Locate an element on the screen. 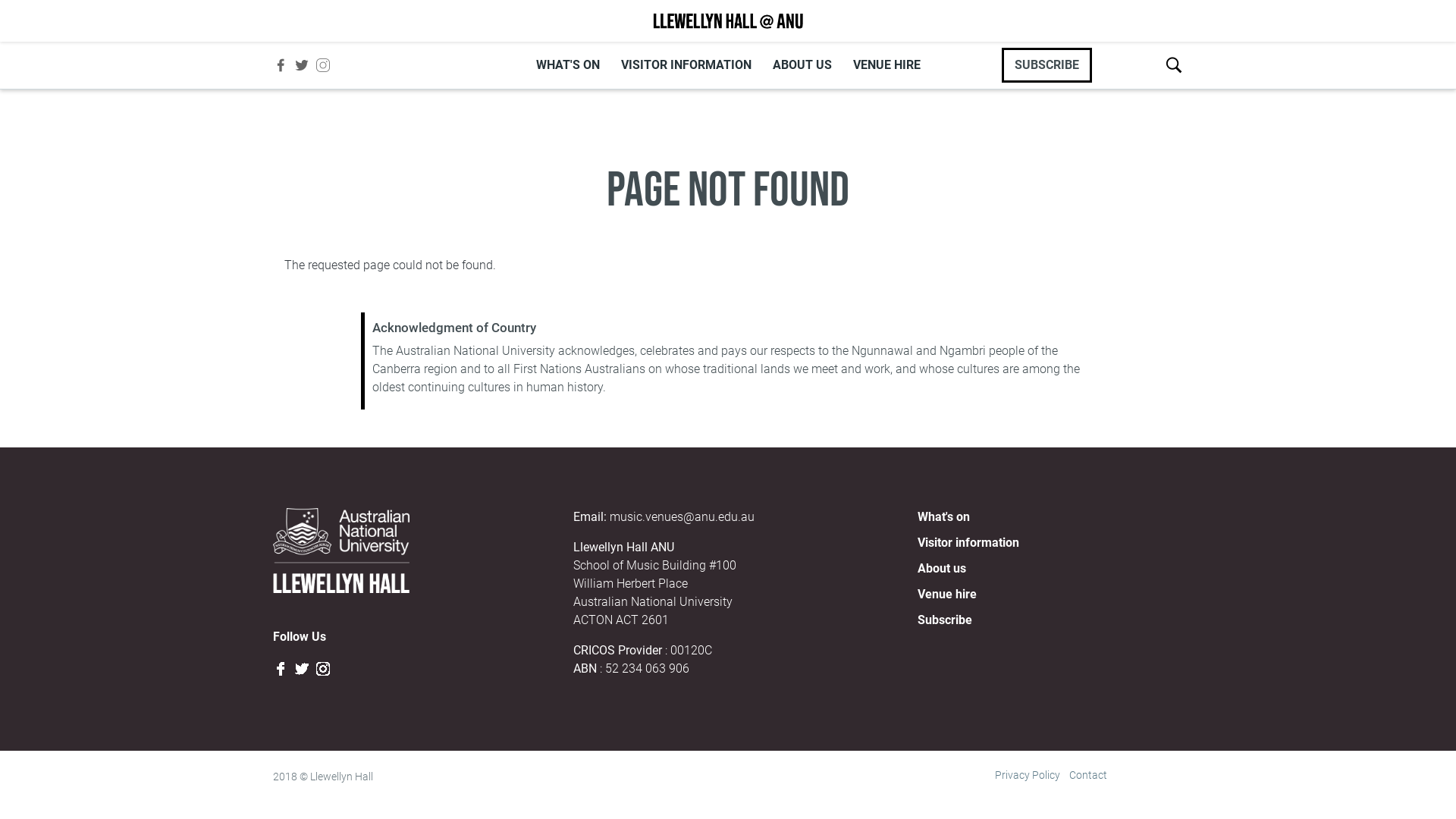 This screenshot has width=1456, height=819. 'What's on' is located at coordinates (916, 516).